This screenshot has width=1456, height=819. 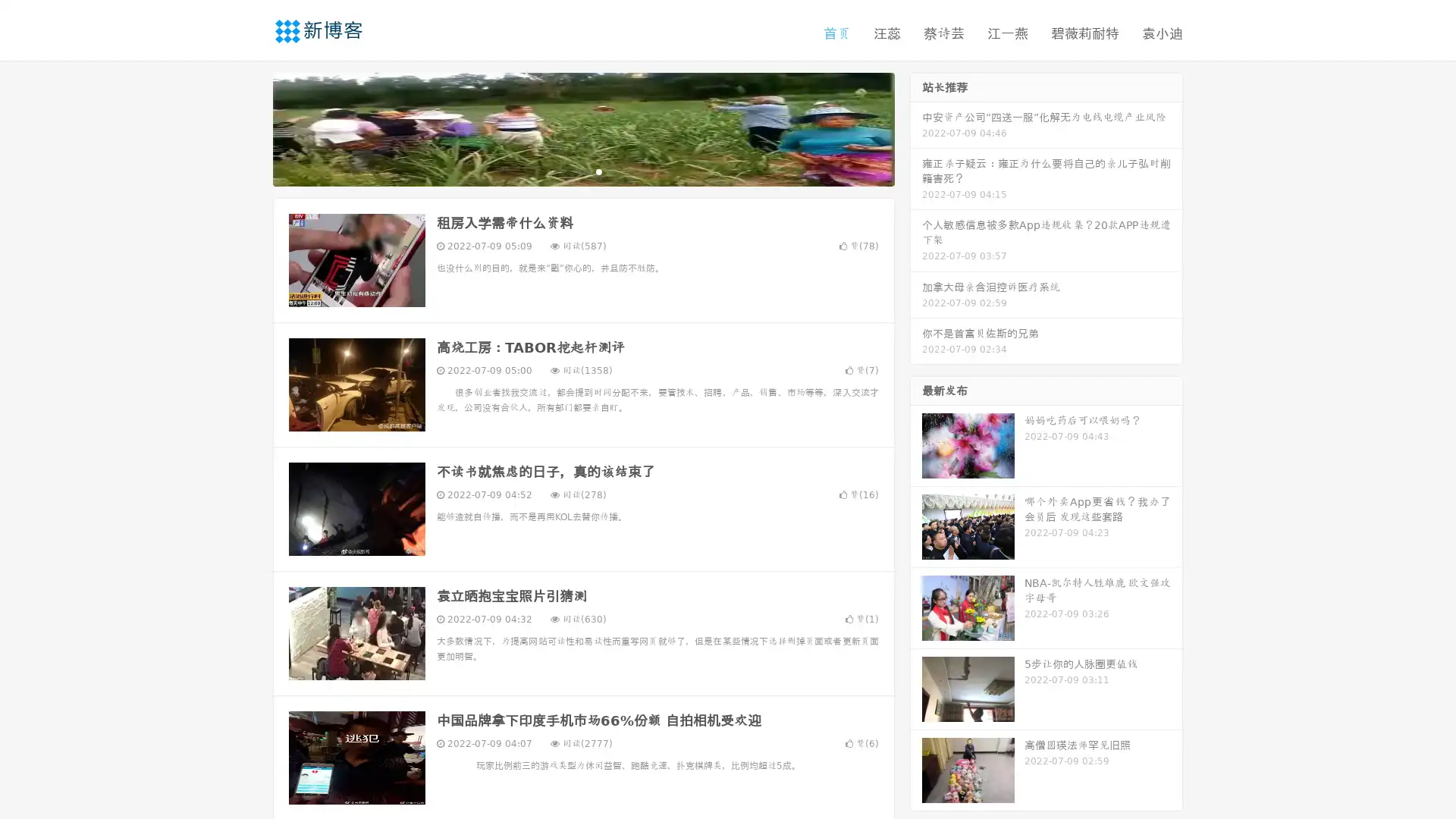 I want to click on Go to slide 1, so click(x=567, y=171).